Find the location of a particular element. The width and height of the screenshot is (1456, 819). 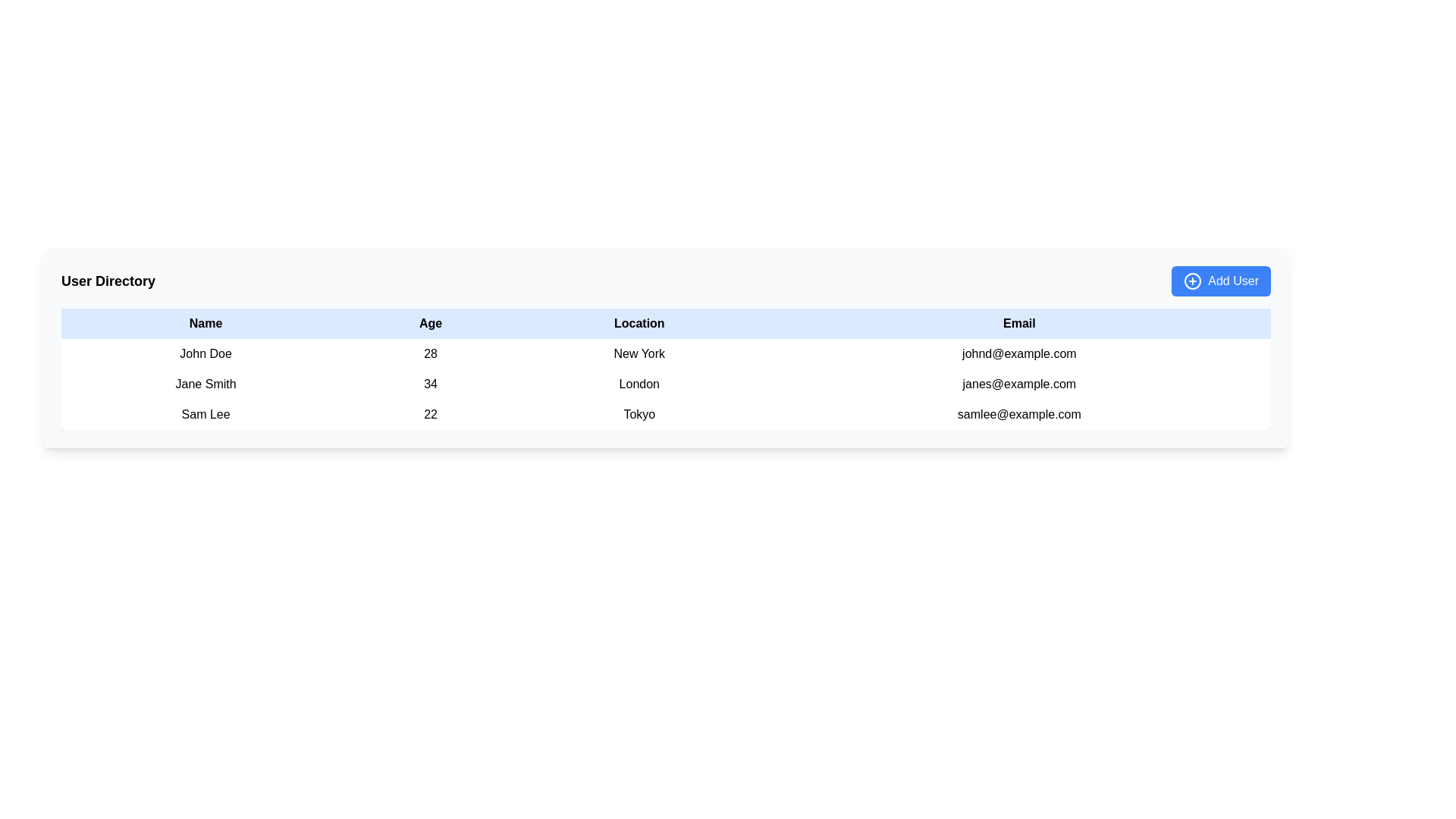

the text display showing 'samlee@example.com' in the fourth column of the third row of the user information table is located at coordinates (1019, 415).